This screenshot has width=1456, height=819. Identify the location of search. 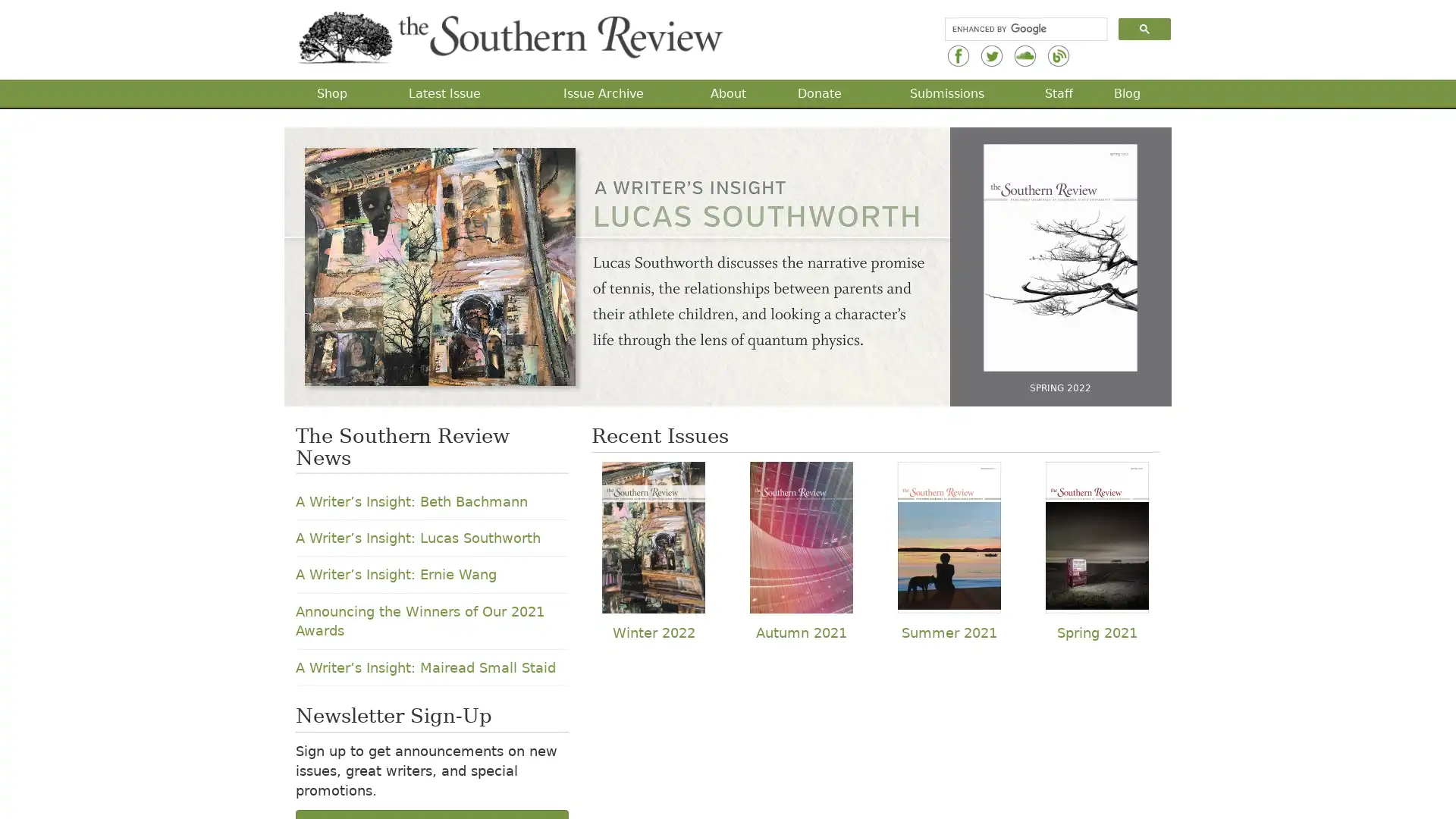
(1144, 28).